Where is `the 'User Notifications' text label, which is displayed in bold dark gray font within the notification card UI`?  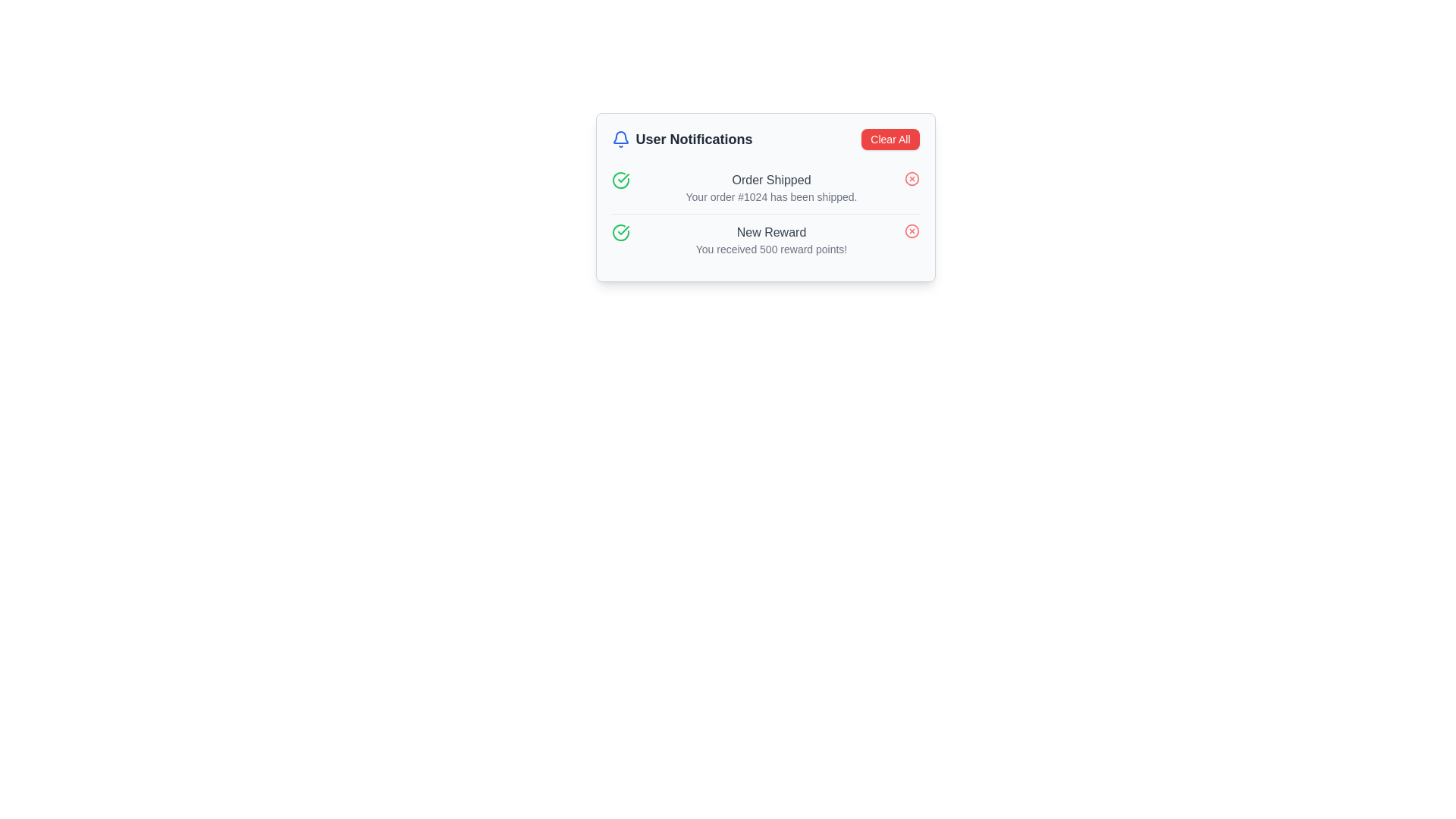
the 'User Notifications' text label, which is displayed in bold dark gray font within the notification card UI is located at coordinates (693, 140).